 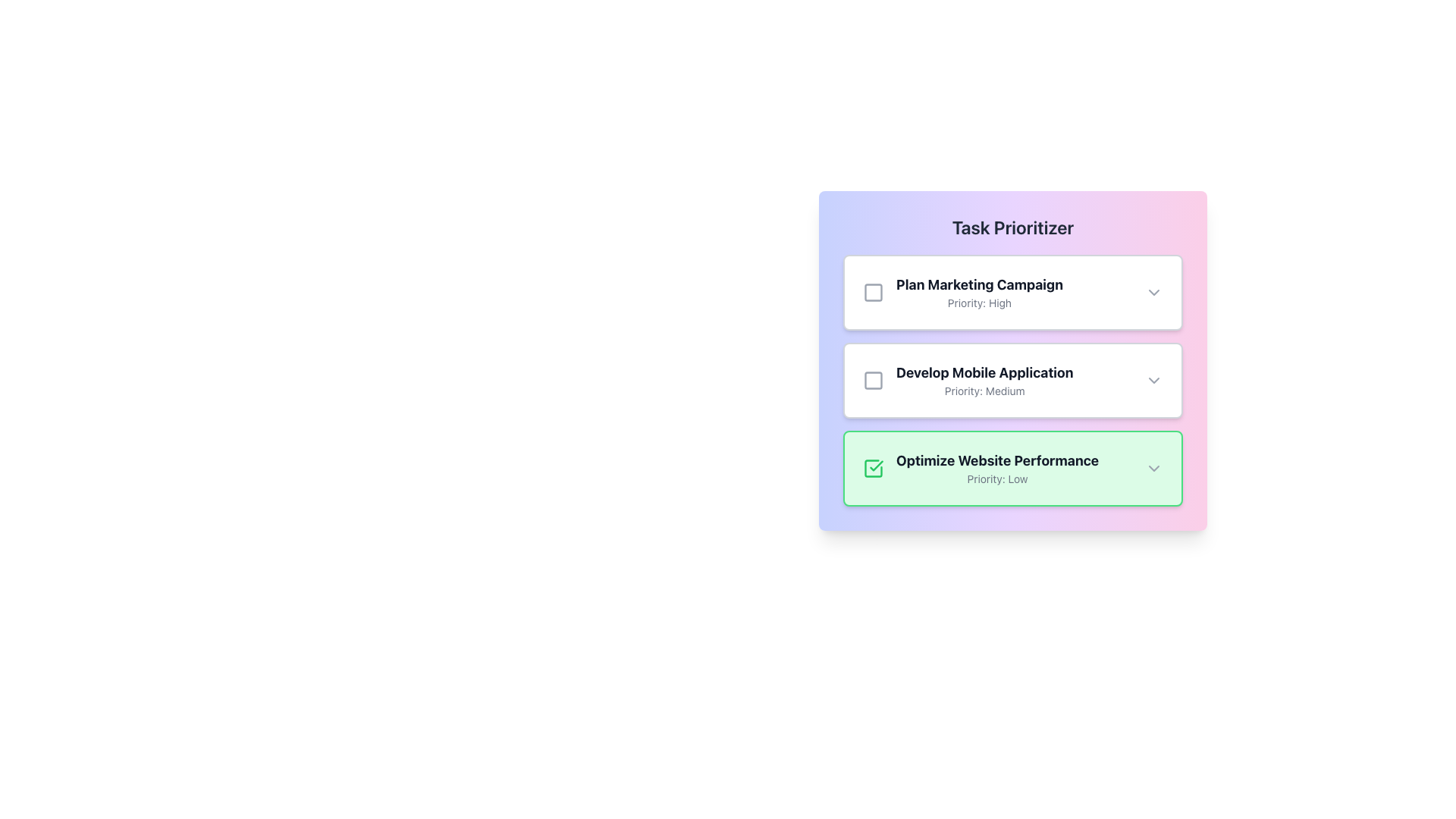 I want to click on to select the task represented by the third card in a vertical stack of cards, which denotes a task with its priority level, so click(x=1012, y=467).